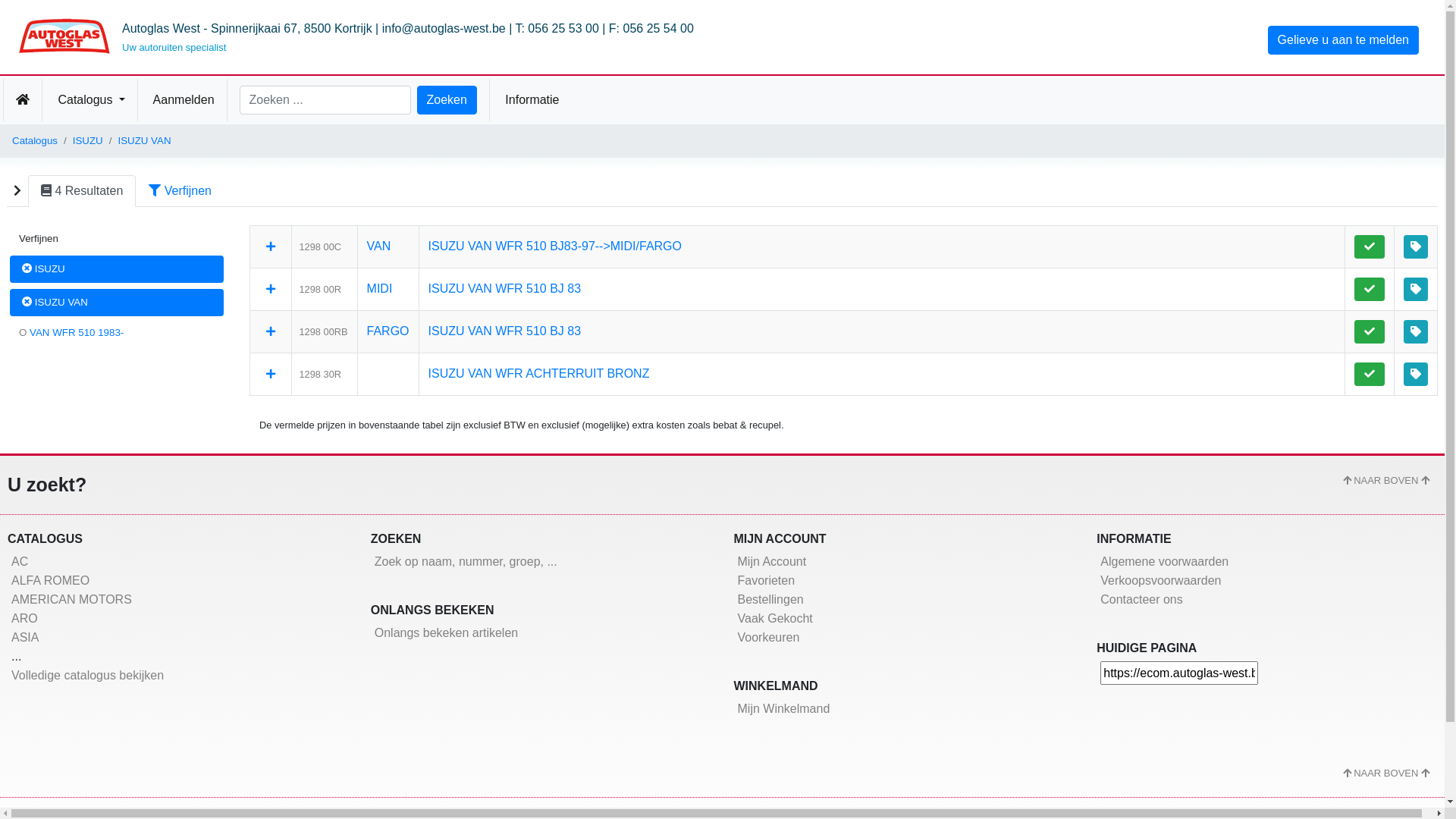 The width and height of the screenshot is (1456, 819). I want to click on 'AC', so click(11, 561).